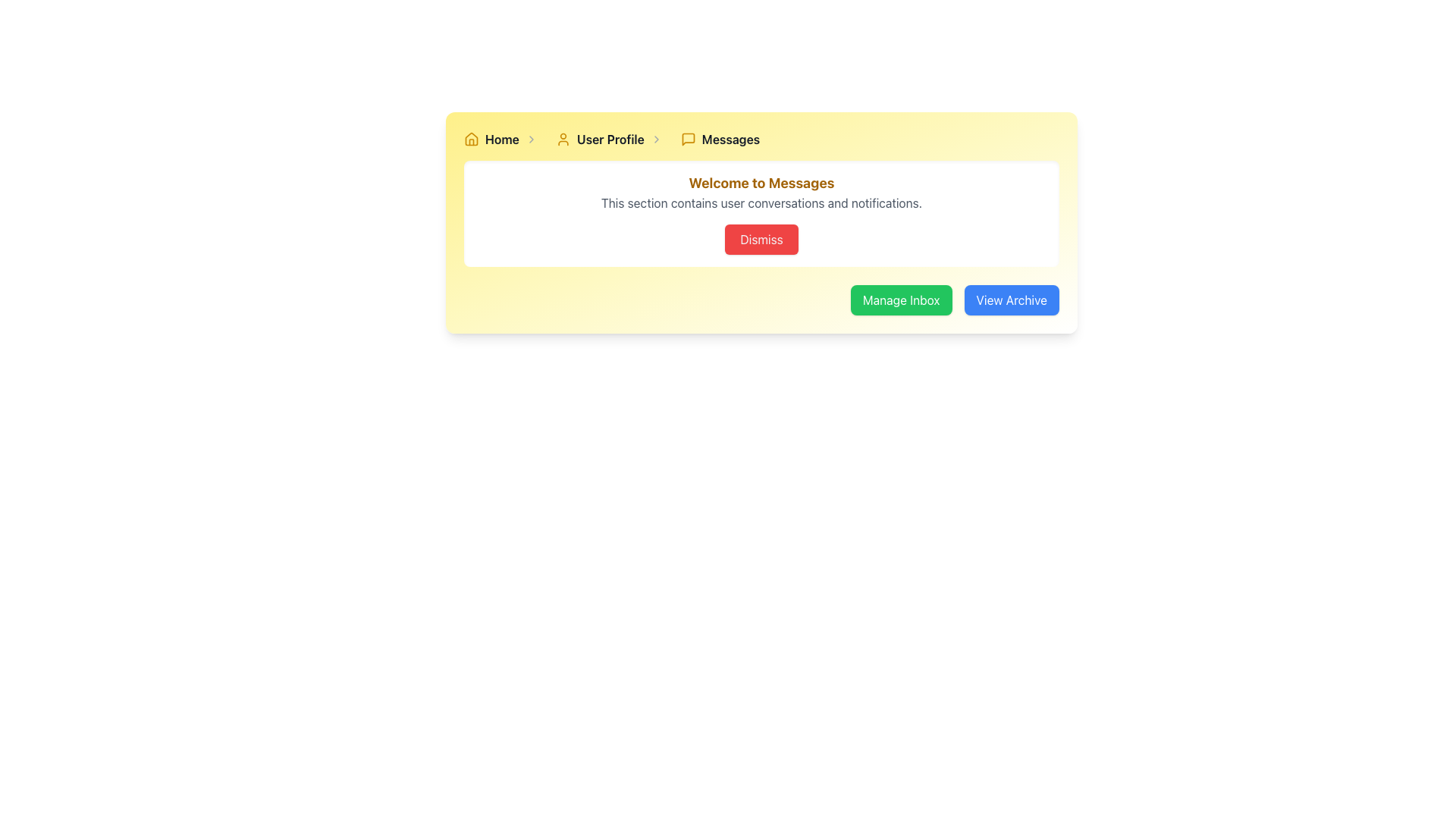 The width and height of the screenshot is (1456, 819). Describe the element at coordinates (720, 140) in the screenshot. I see `the 'Messages' hyperlink in the breadcrumb navigation bar` at that location.